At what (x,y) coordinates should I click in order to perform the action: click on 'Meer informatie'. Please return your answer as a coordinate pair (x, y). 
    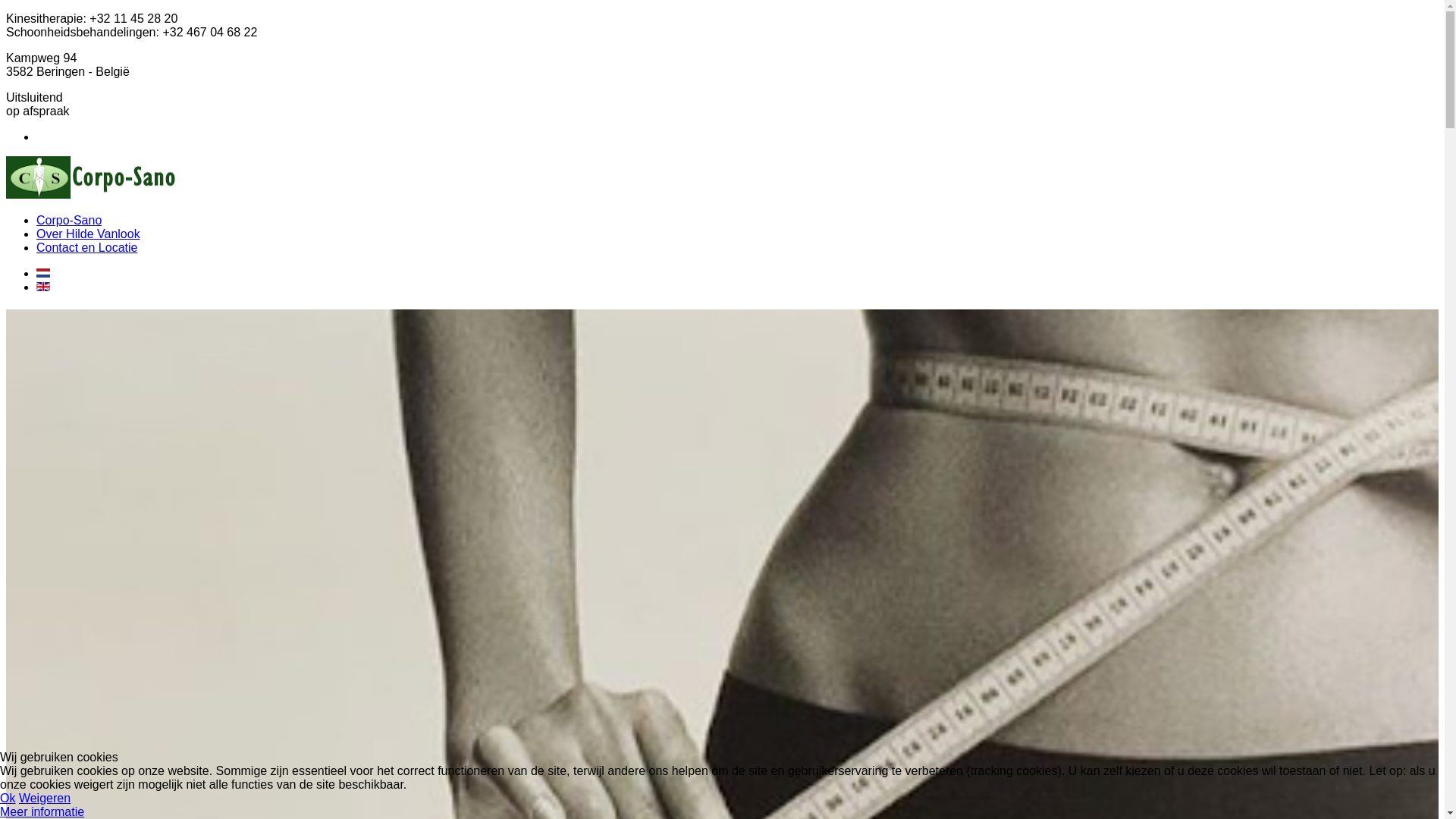
    Looking at the image, I should click on (42, 811).